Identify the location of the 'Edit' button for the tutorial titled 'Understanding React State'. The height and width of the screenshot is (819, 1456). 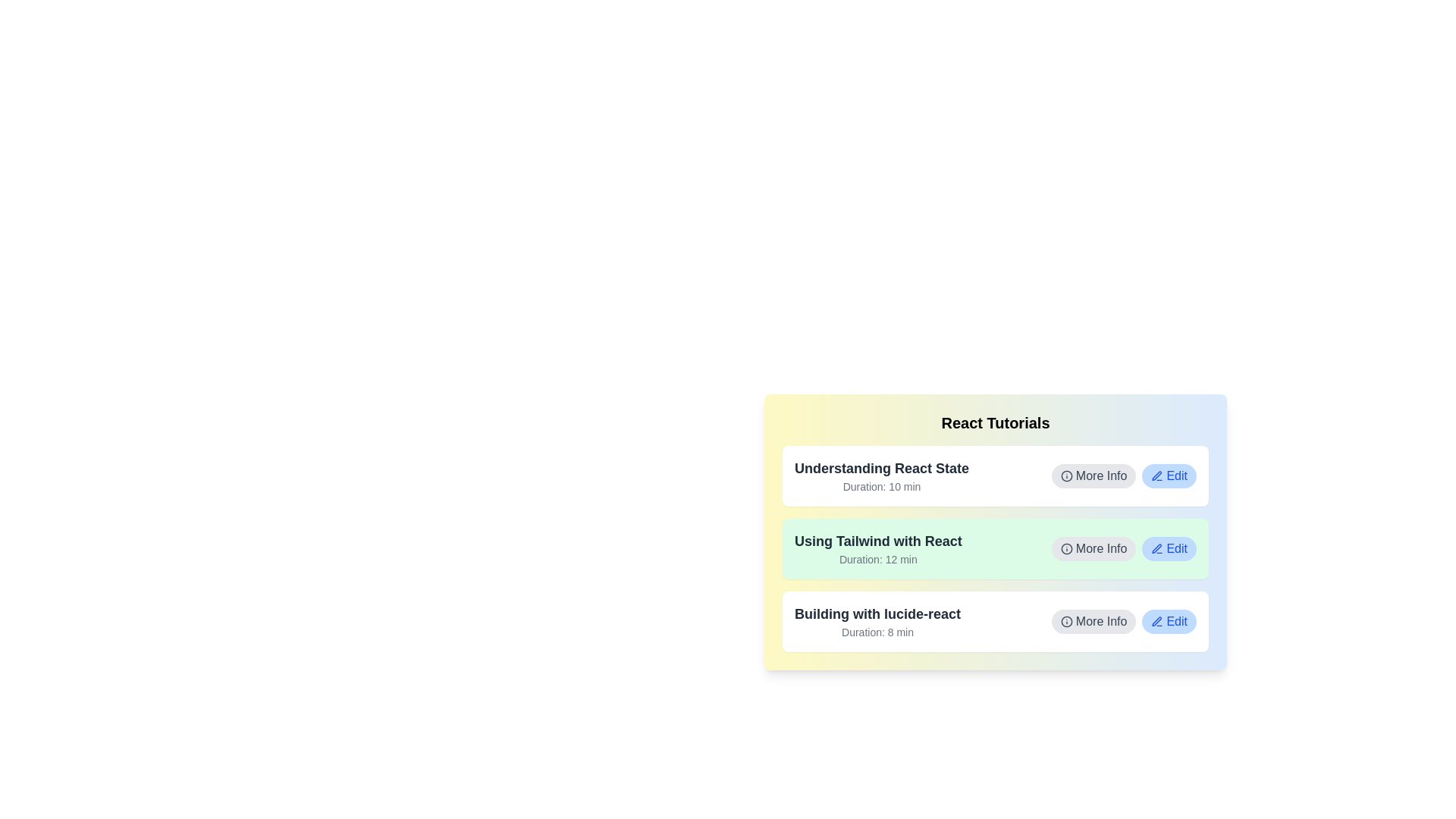
(1169, 475).